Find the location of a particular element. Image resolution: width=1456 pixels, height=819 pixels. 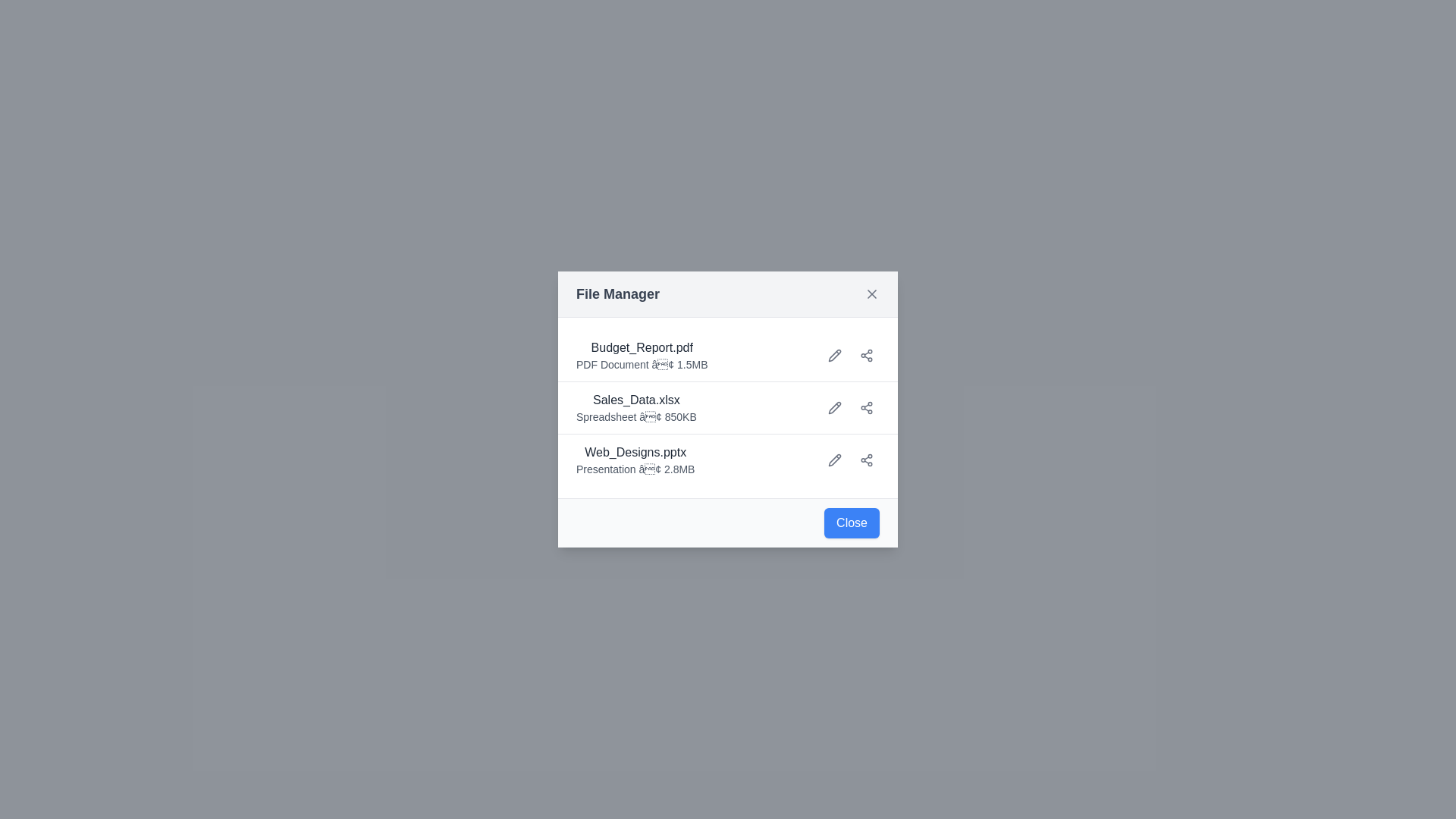

edit button for the file named Budget_Report.pdf is located at coordinates (833, 356).